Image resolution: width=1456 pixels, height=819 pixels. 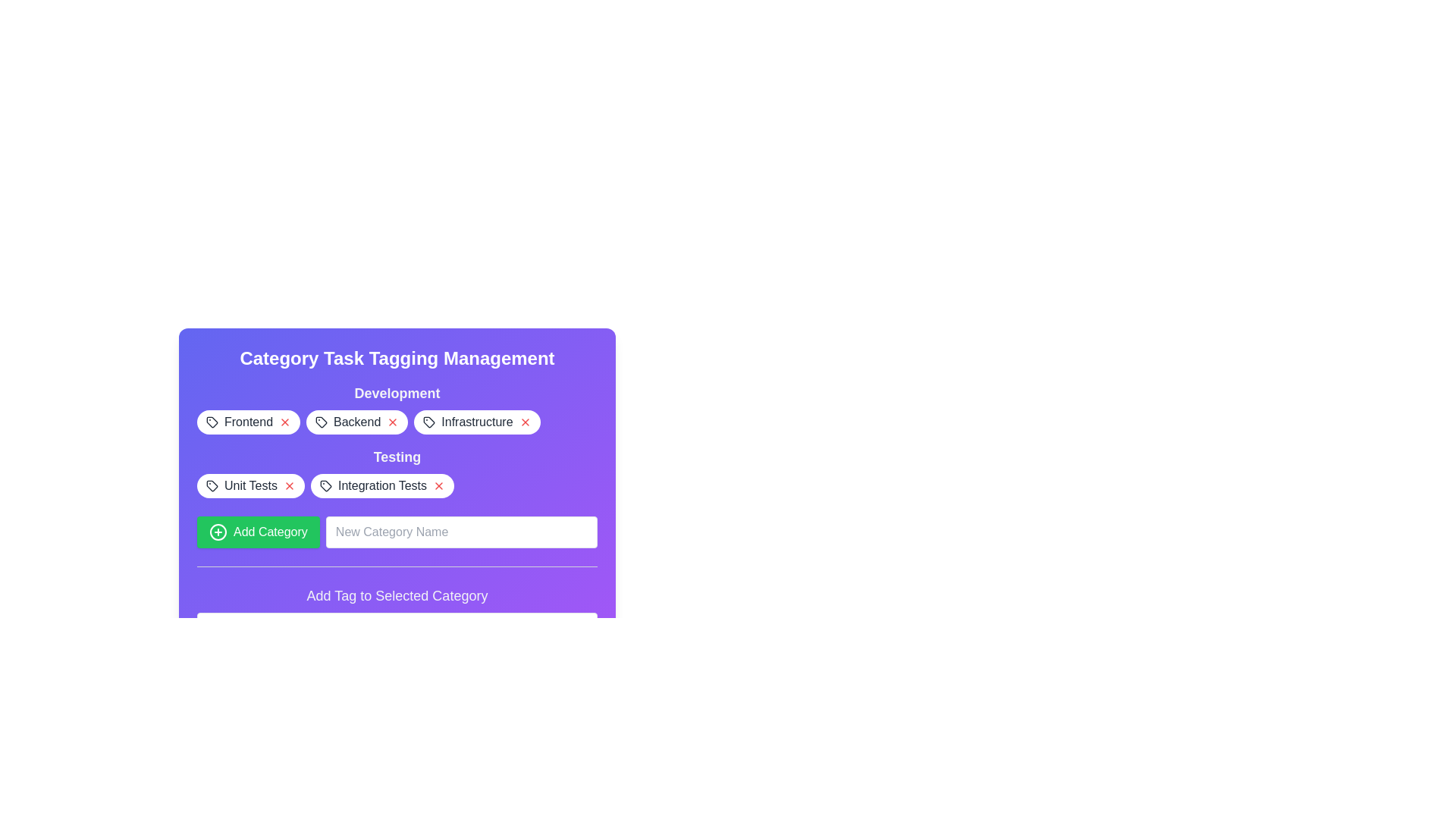 I want to click on the text label displaying 'Development' with a bold font style, white text color, against a purple background, located in the top section of the UI, so click(x=397, y=393).